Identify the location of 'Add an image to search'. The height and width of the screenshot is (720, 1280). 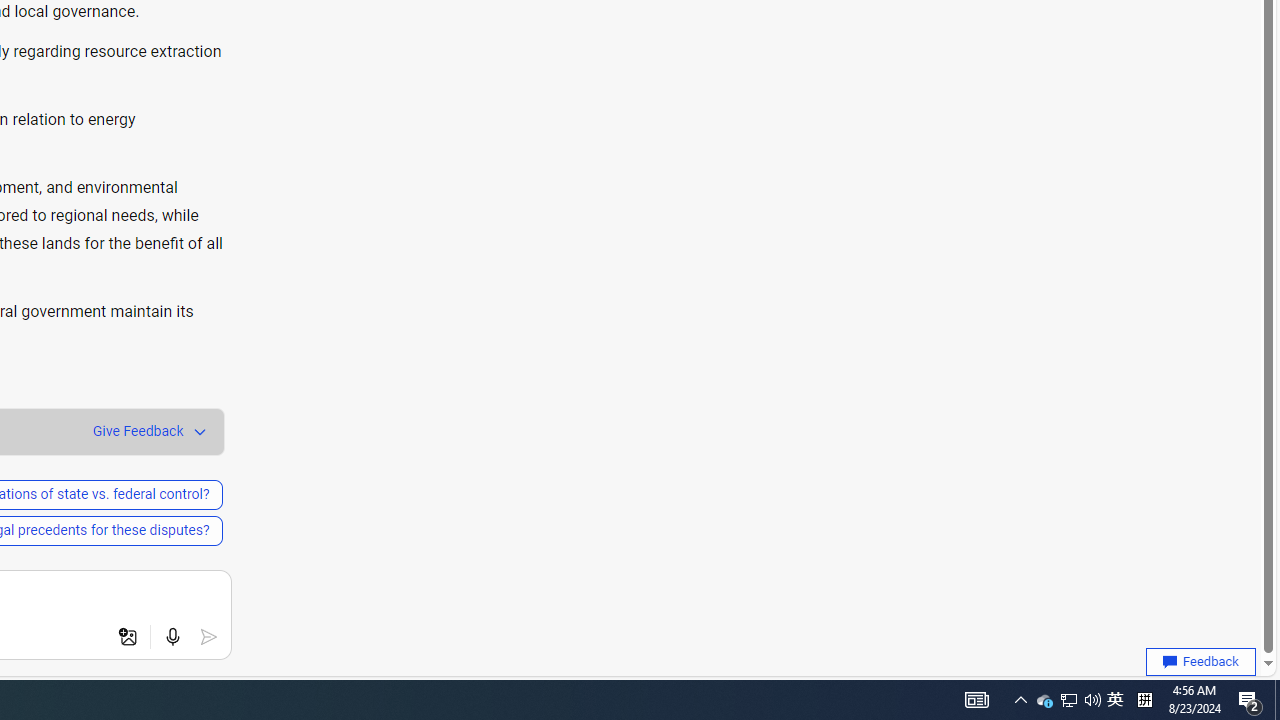
(127, 637).